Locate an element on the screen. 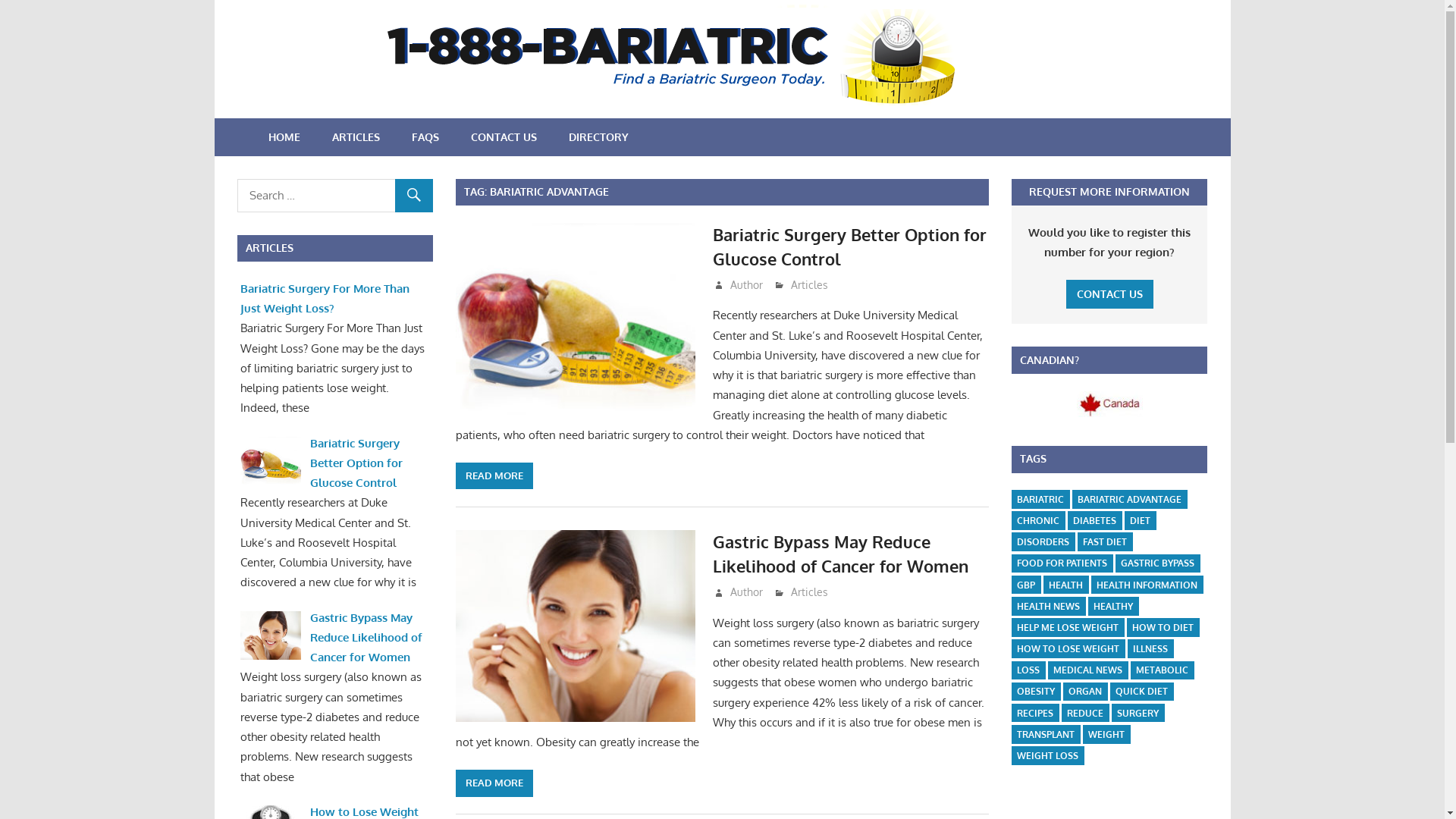 The width and height of the screenshot is (1456, 819). 'CONTACT US' is located at coordinates (1109, 294).